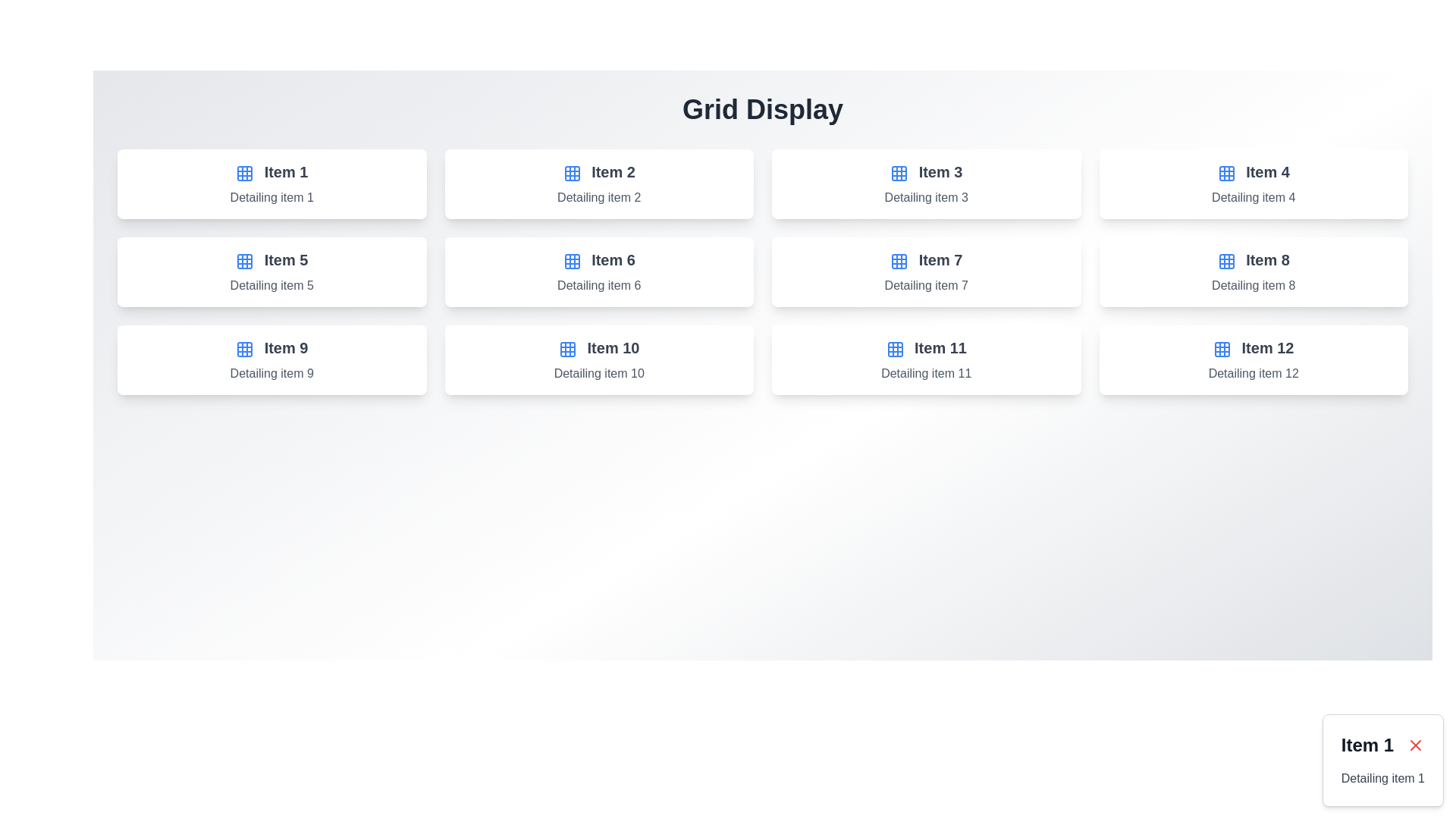 This screenshot has height=819, width=1456. What do you see at coordinates (895, 349) in the screenshot?
I see `the blue grid icon located directly preceding the text 'Item 11' in the bottom row of the grid layout` at bounding box center [895, 349].